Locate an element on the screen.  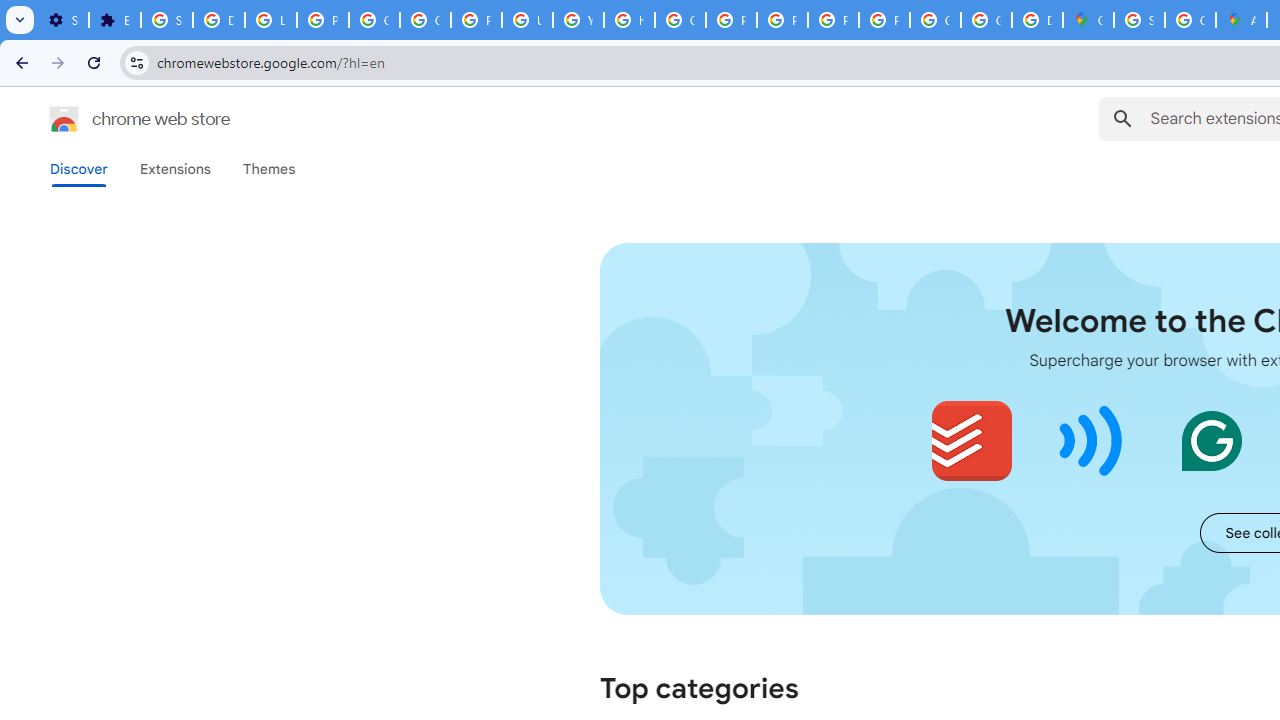
'Chrome Web Store logo' is located at coordinates (64, 119).